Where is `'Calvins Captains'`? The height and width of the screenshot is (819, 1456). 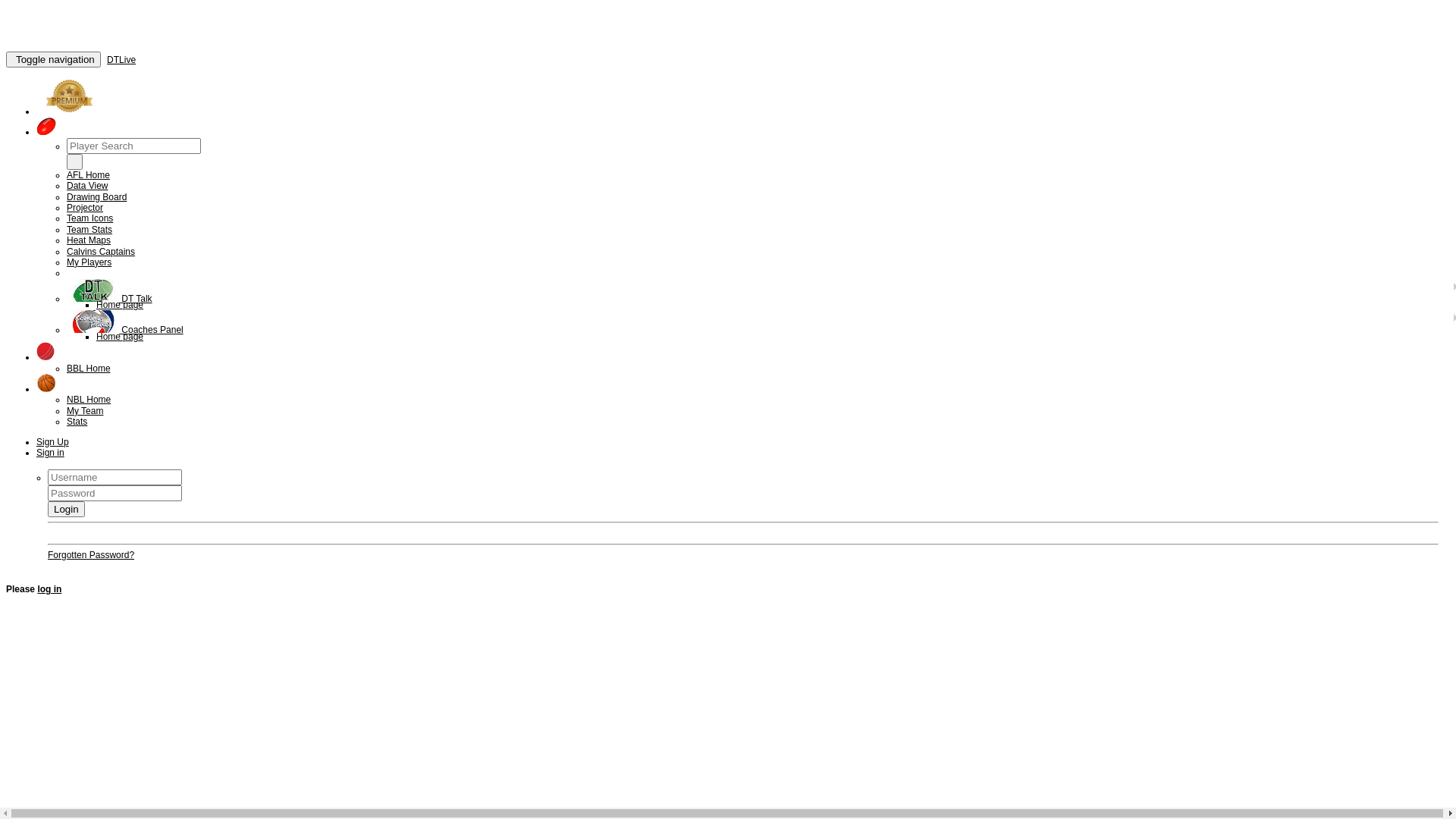
'Calvins Captains' is located at coordinates (100, 250).